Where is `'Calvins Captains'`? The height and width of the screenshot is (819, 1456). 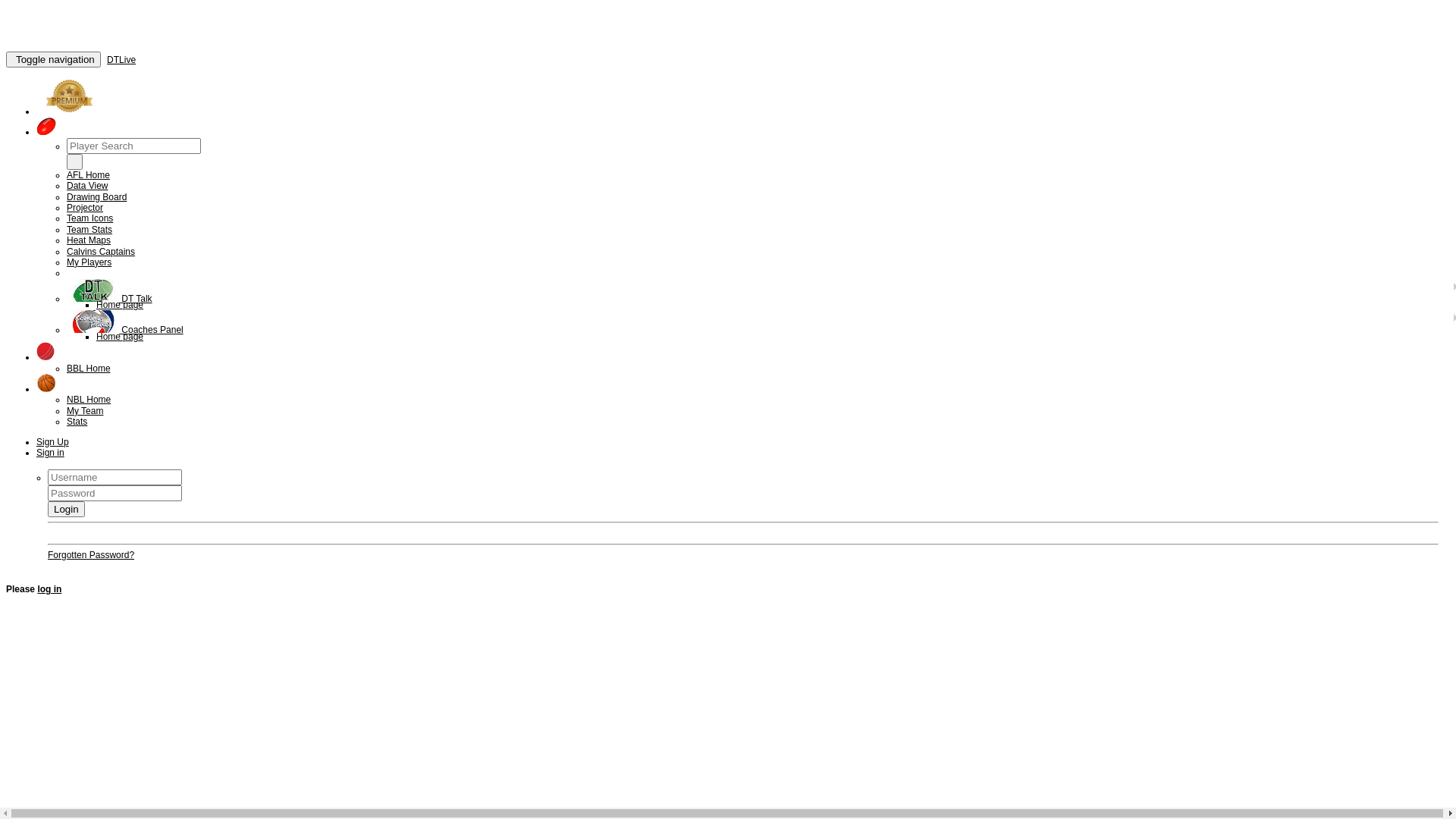
'Calvins Captains' is located at coordinates (100, 250).